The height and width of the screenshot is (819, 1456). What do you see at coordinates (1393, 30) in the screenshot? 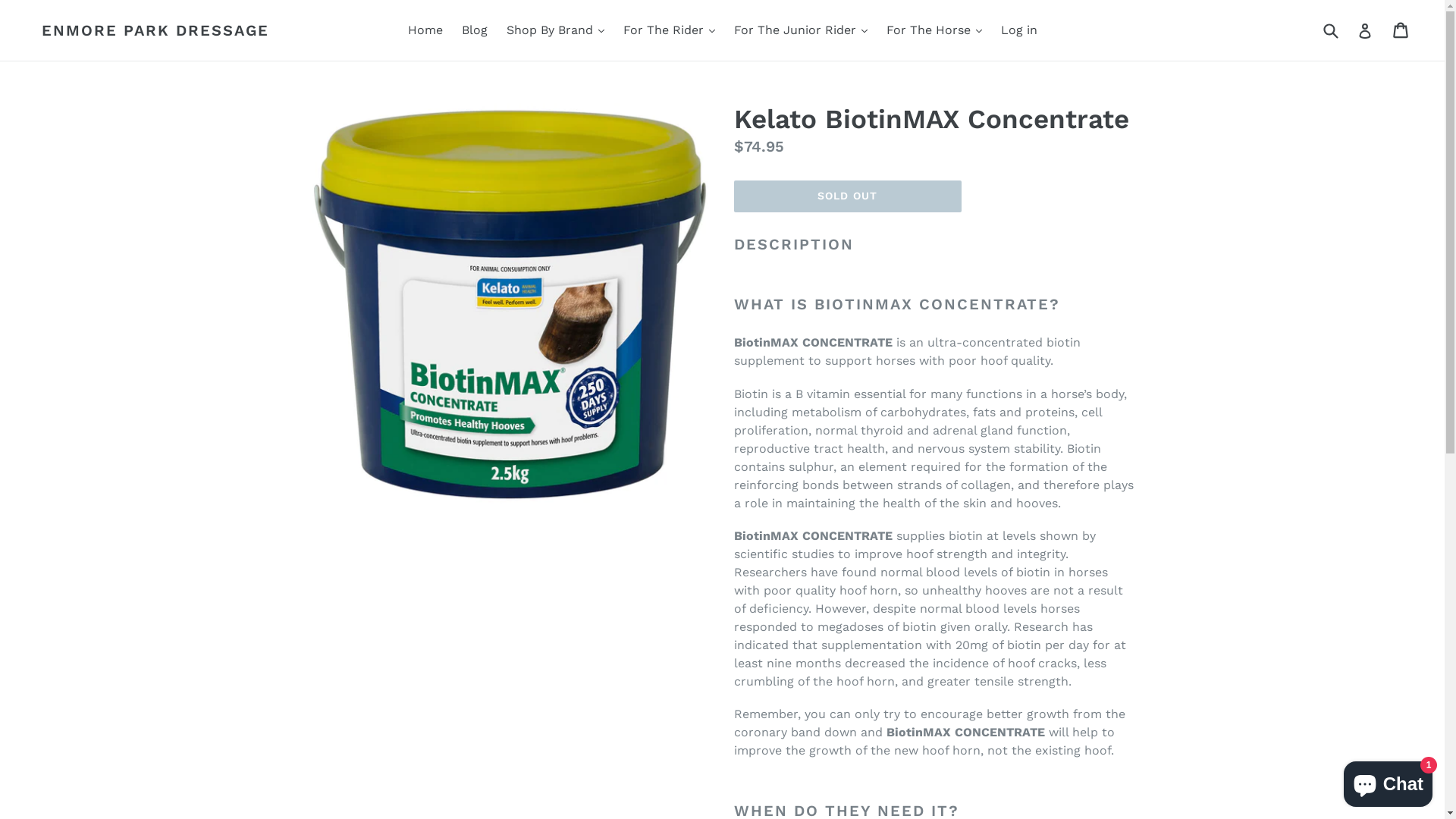
I see `'Cart` at bounding box center [1393, 30].